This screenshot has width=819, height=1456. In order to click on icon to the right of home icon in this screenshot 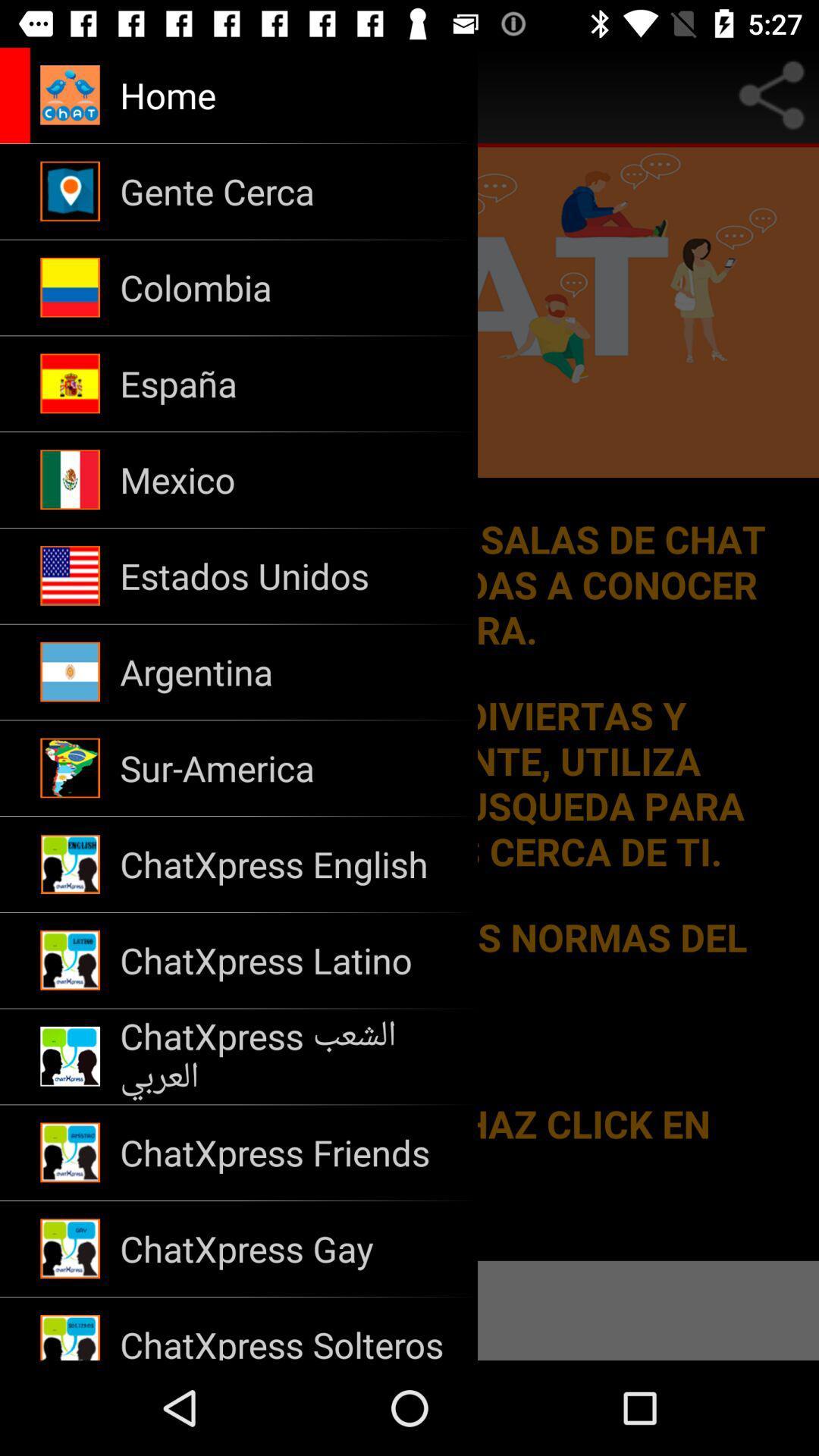, I will do `click(771, 94)`.